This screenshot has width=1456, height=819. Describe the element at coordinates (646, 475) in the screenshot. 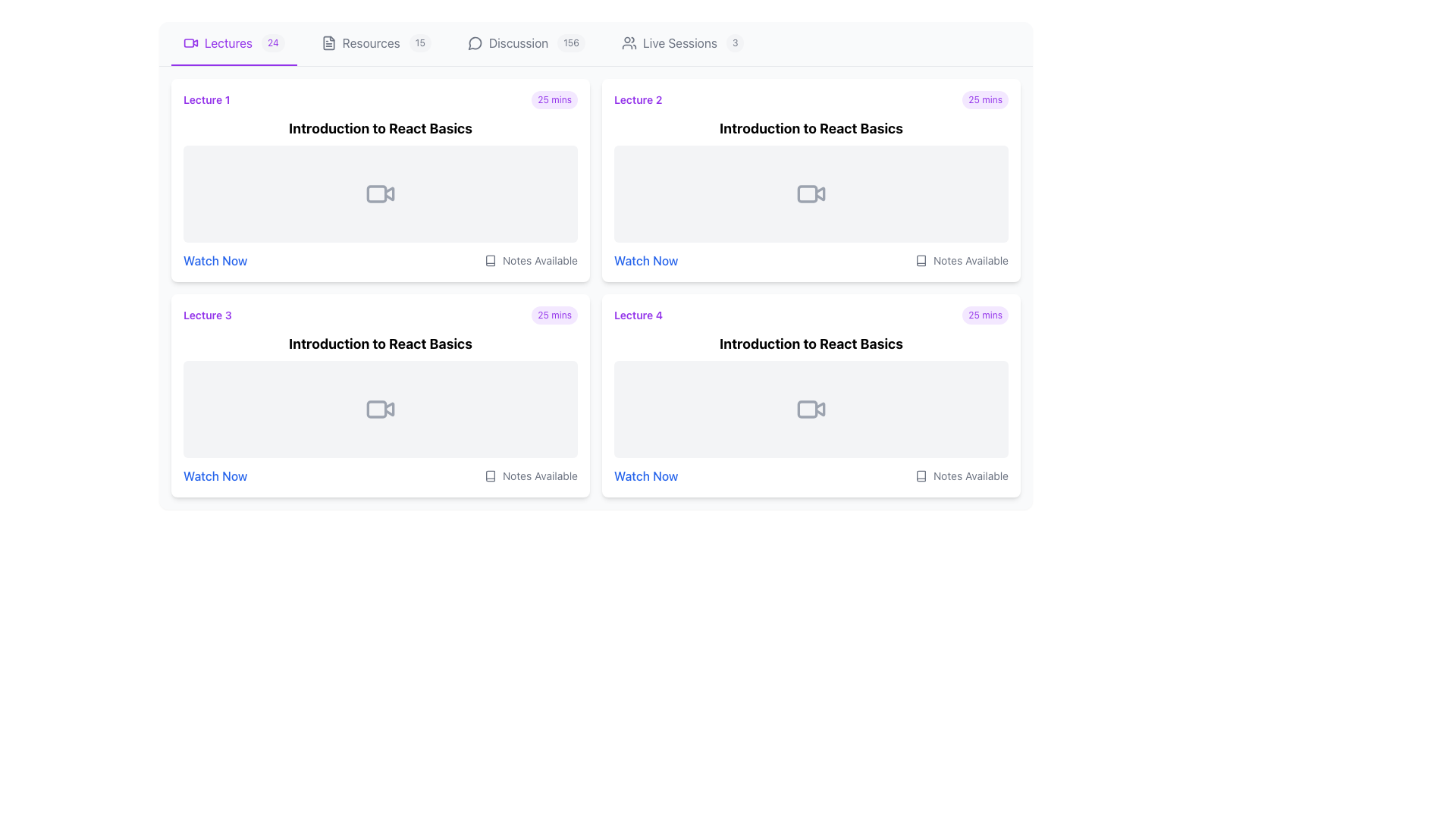

I see `the text link styled in blue with the text 'Watch Now', located at the bottom-left corner of the 'Lecture 4' card layout` at that location.